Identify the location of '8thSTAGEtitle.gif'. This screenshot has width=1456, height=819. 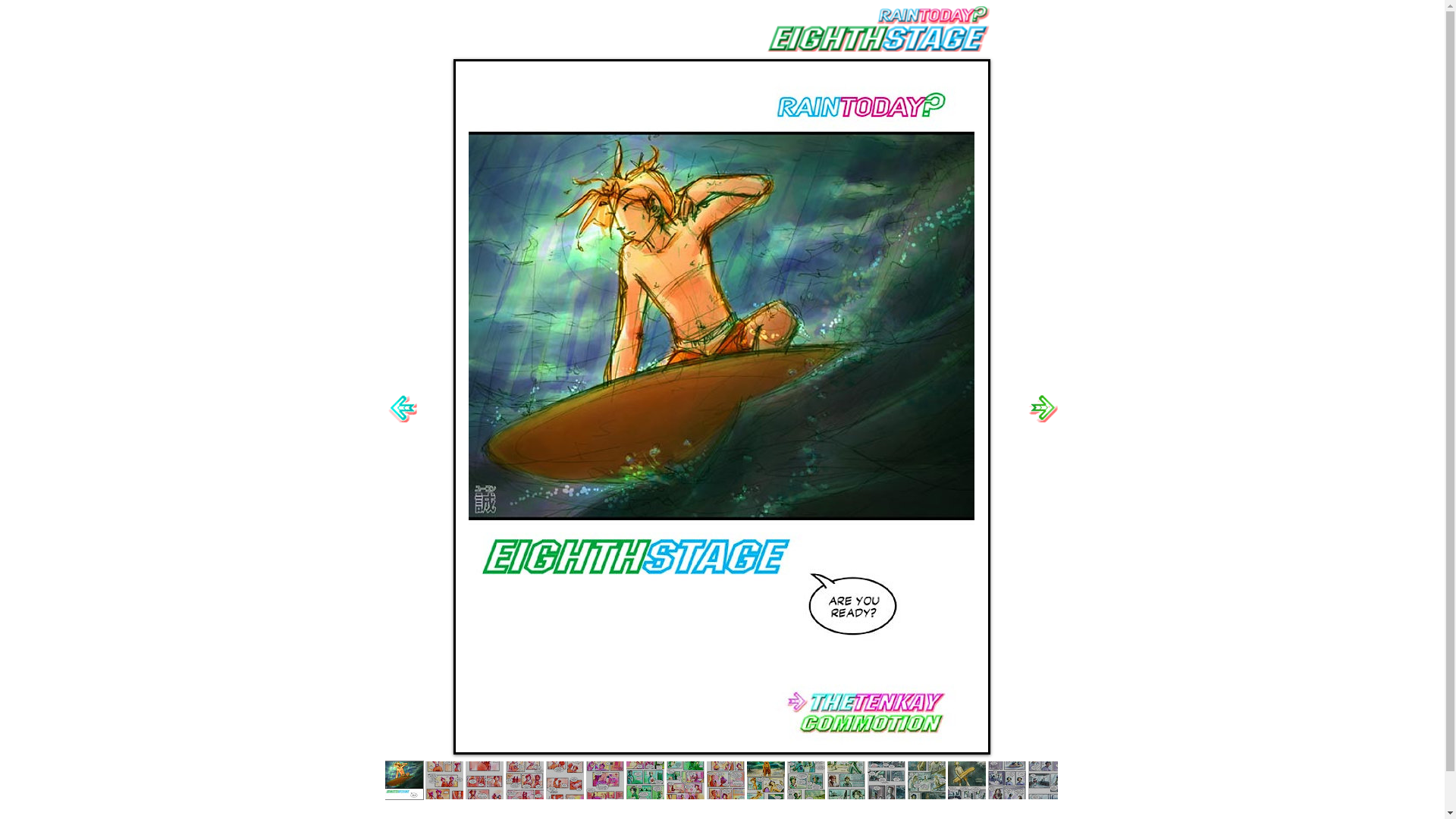
(877, 29).